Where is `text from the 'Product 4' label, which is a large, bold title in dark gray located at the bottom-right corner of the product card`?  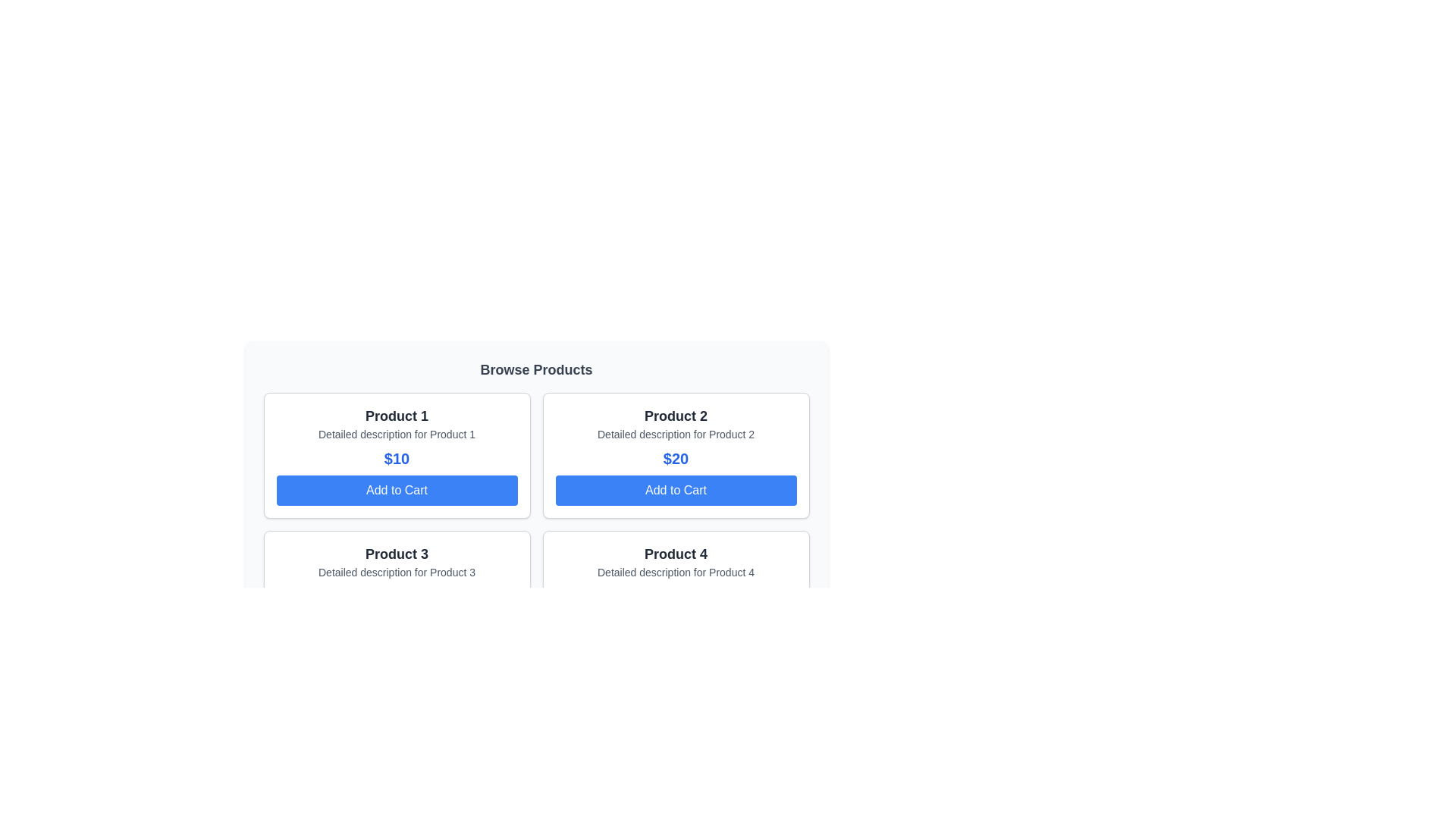
text from the 'Product 4' label, which is a large, bold title in dark gray located at the bottom-right corner of the product card is located at coordinates (675, 554).